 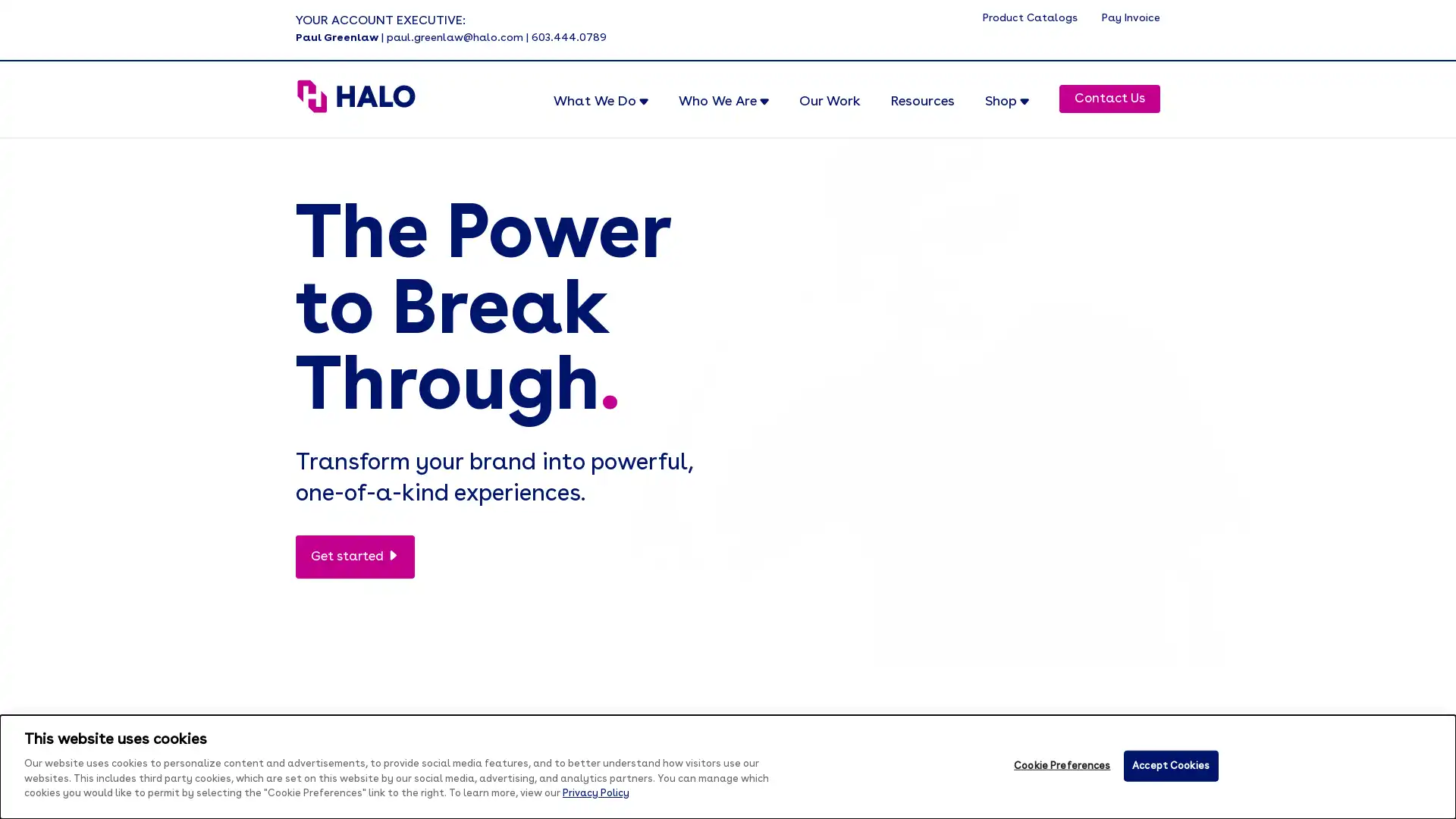 What do you see at coordinates (829, 112) in the screenshot?
I see `Our Work` at bounding box center [829, 112].